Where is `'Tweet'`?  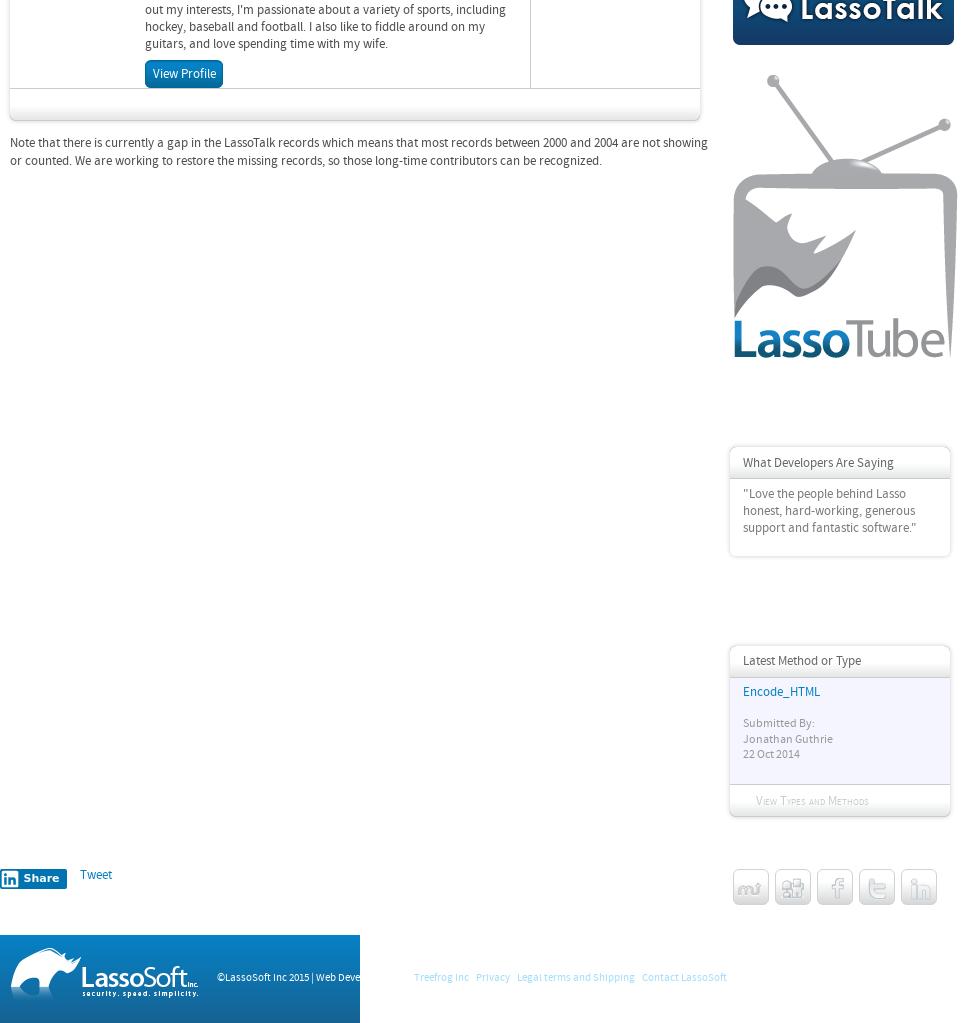 'Tweet' is located at coordinates (93, 873).